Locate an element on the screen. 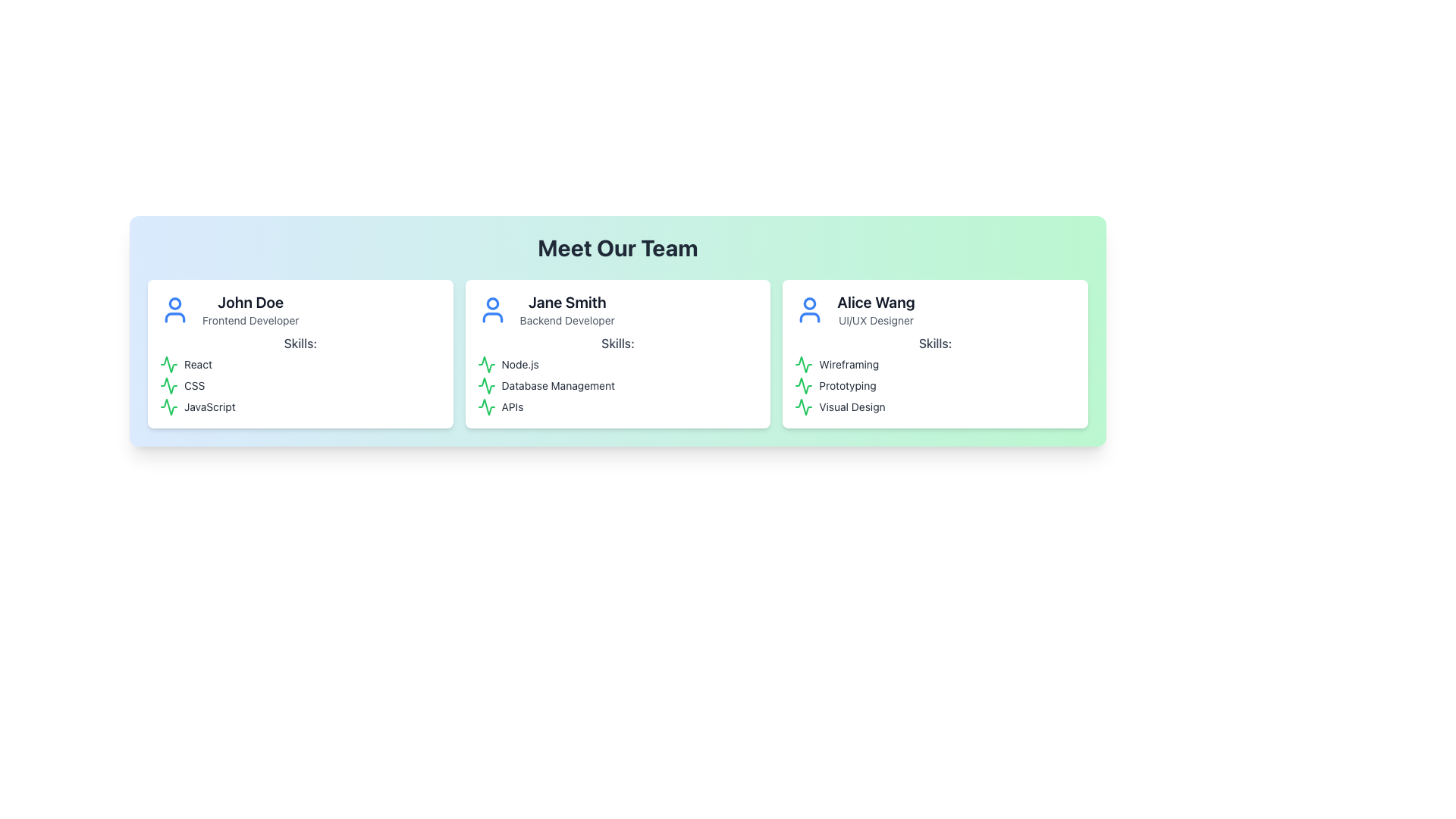  the 'JavaScript' skill icon located in the 'Skills' section of John Doe's profile card, which visually represents proficiency in JavaScript is located at coordinates (168, 406).